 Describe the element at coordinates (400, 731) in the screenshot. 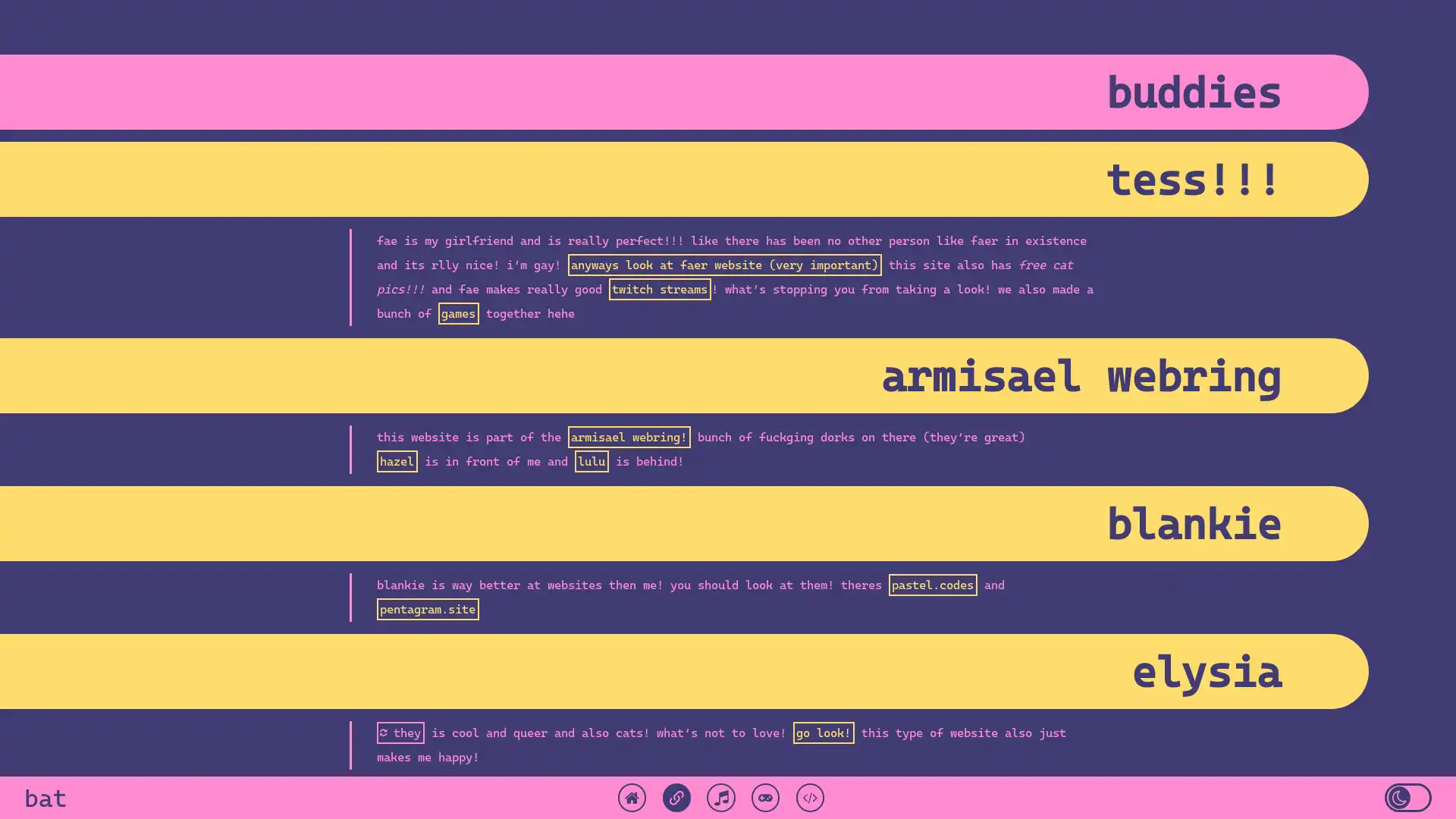

I see `they` at that location.